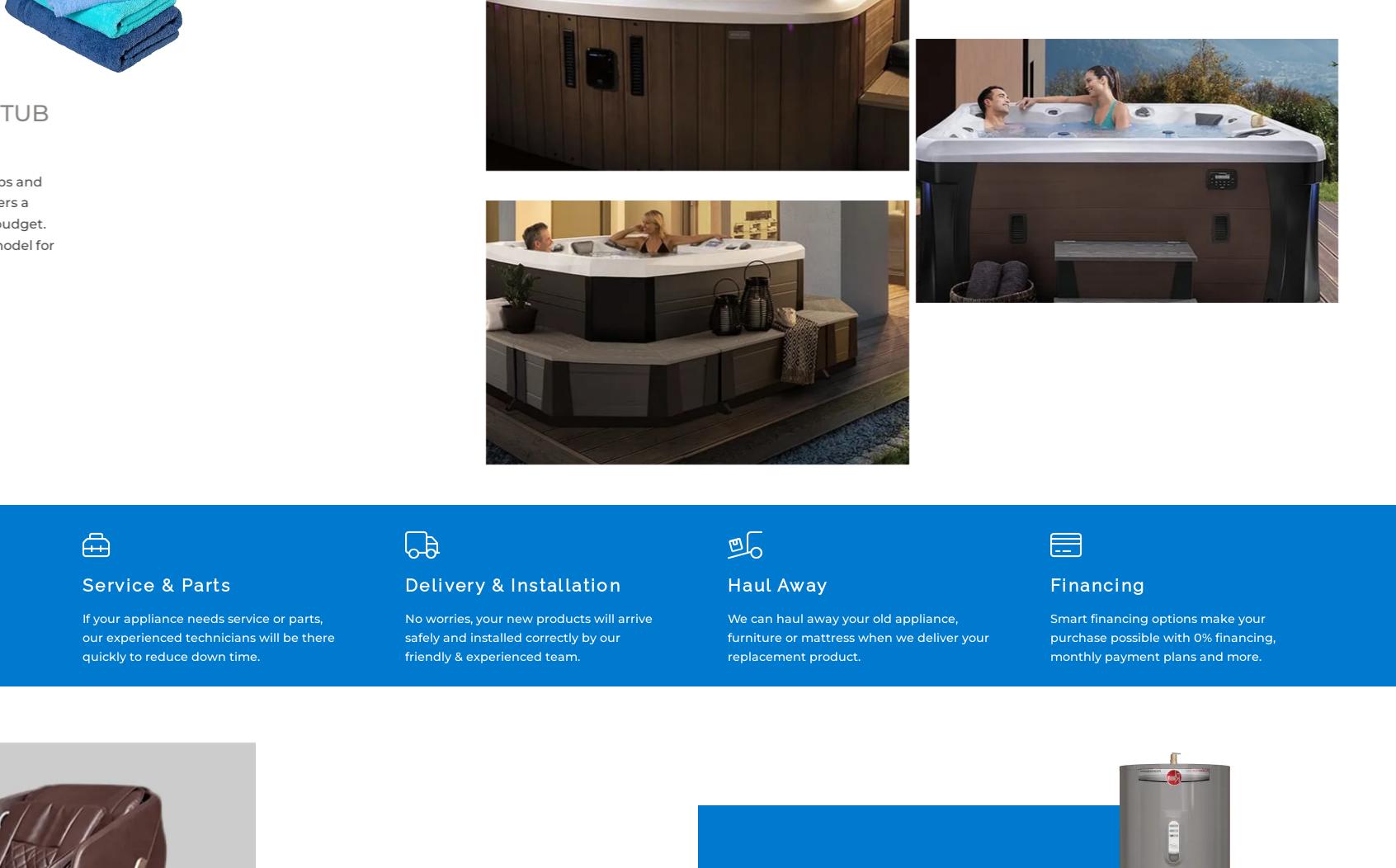  What do you see at coordinates (1163, 637) in the screenshot?
I see `'Smart financing options make your purchase possible with 0% financing, monthly payment plans and more.'` at bounding box center [1163, 637].